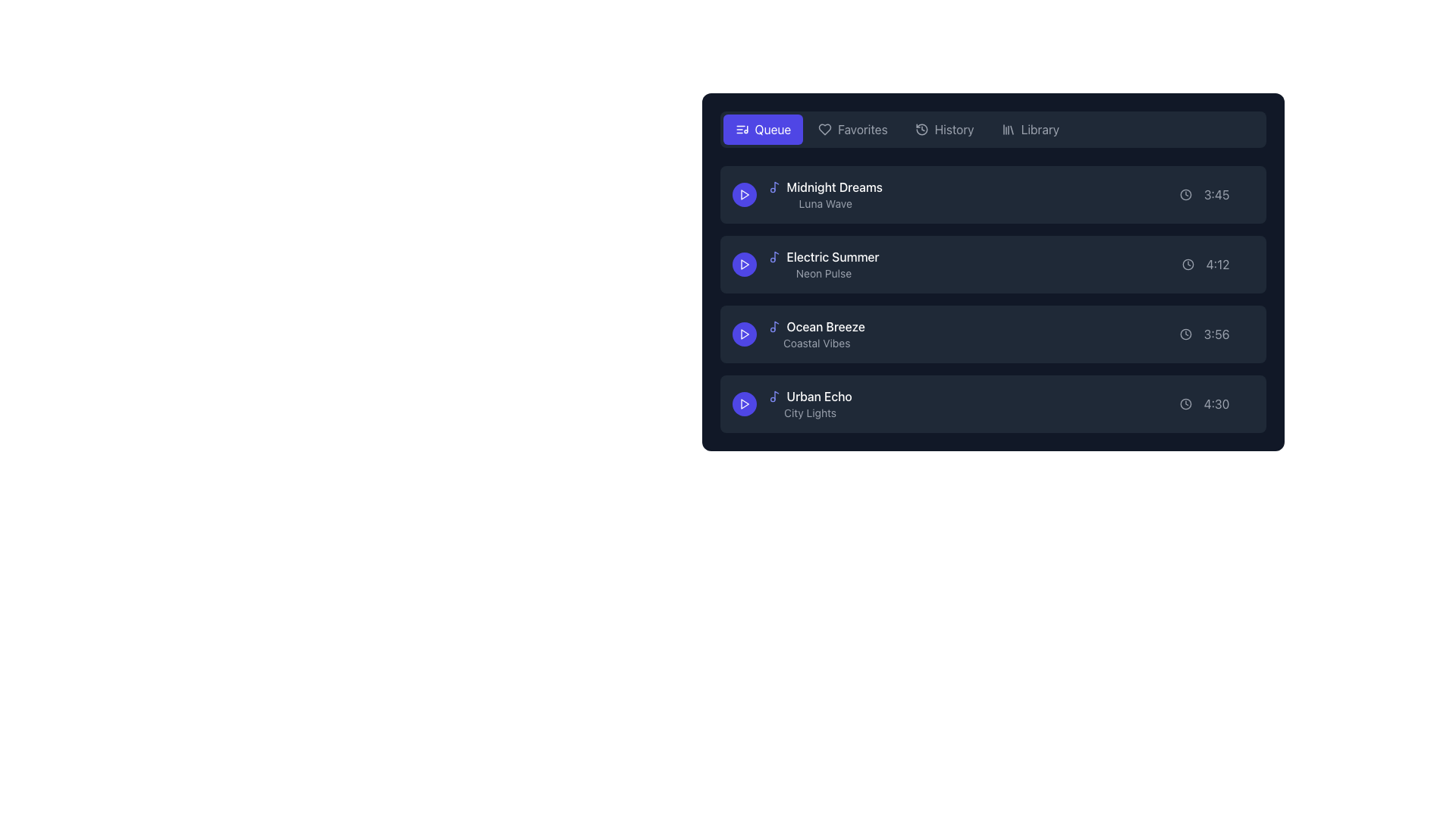 The height and width of the screenshot is (819, 1456). What do you see at coordinates (1218, 263) in the screenshot?
I see `the text label displaying the time value '4:12' styled in gray, located in front of a clock icon on the right-hand side of the second row of the list` at bounding box center [1218, 263].